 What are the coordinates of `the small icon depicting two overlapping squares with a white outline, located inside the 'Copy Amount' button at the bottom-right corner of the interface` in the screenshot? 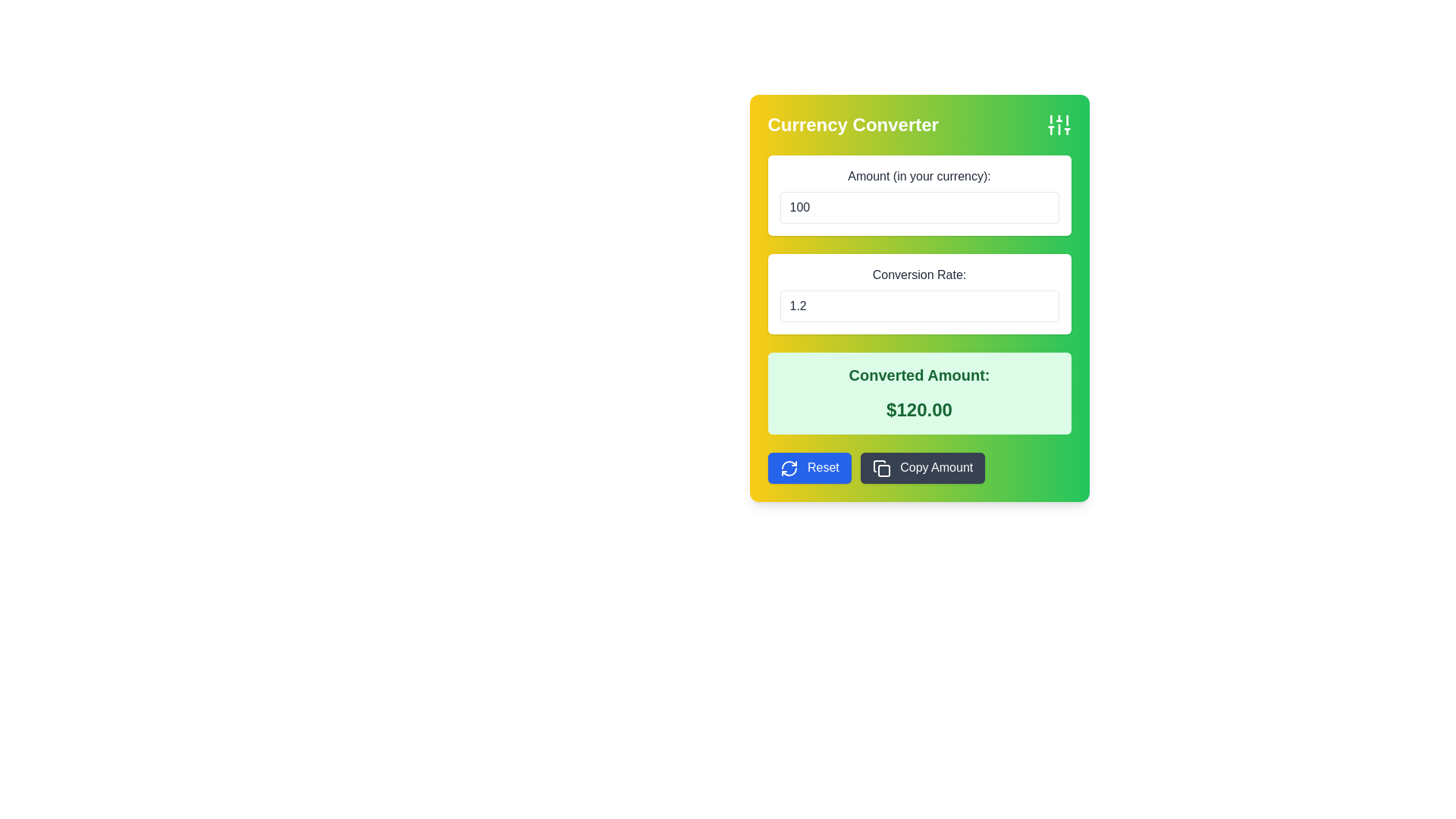 It's located at (881, 467).